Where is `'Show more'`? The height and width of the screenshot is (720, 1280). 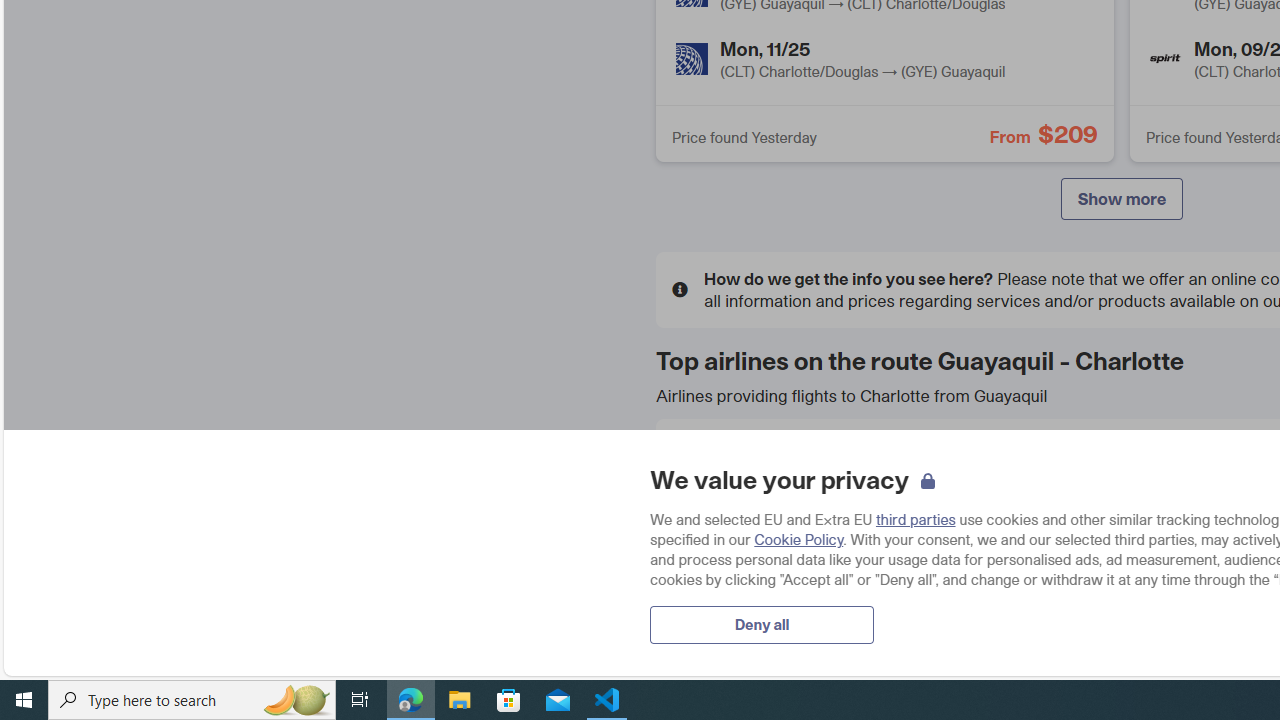
'Show more' is located at coordinates (1121, 199).